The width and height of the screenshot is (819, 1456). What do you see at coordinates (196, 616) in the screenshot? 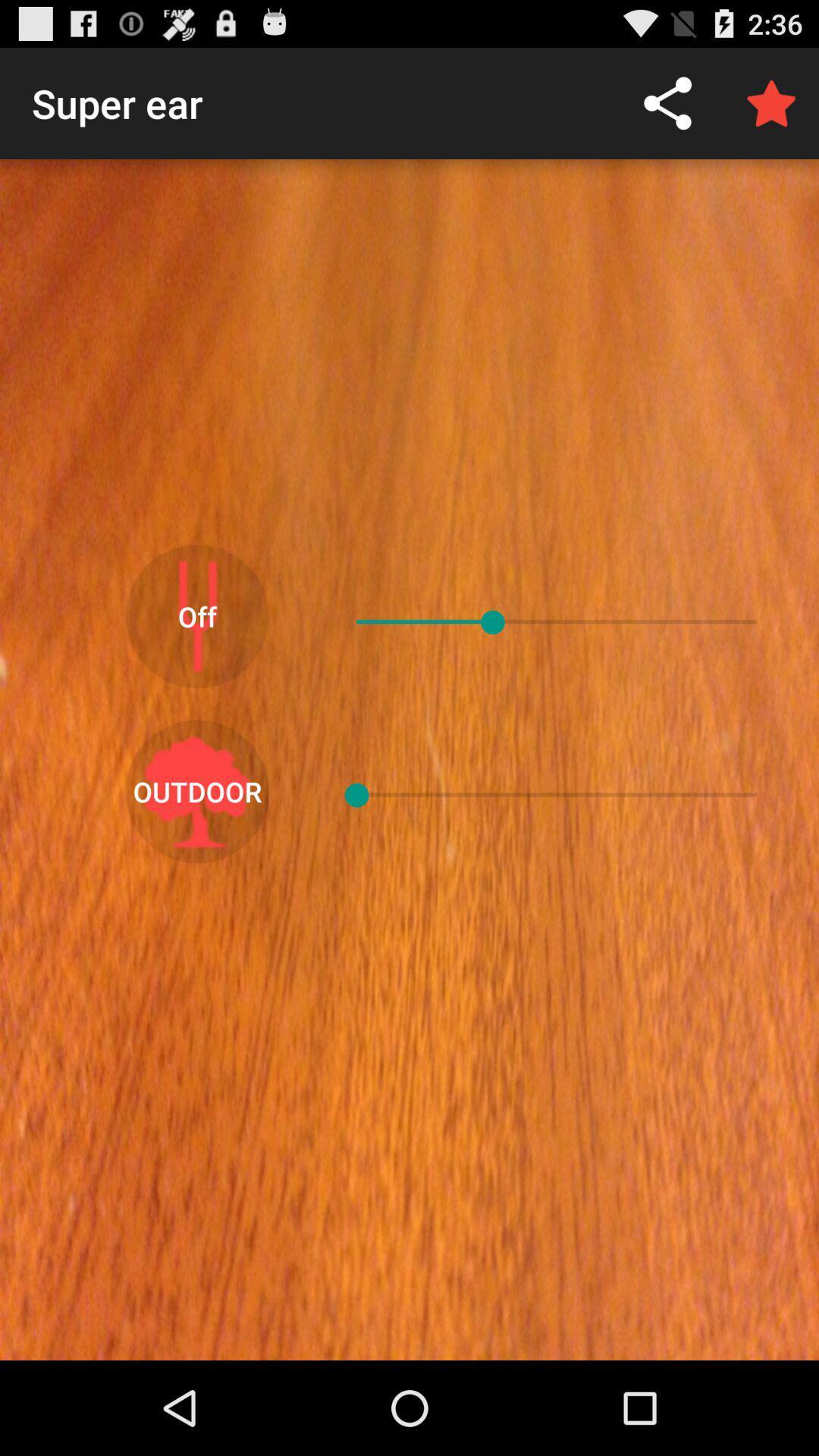
I see `the off item` at bounding box center [196, 616].